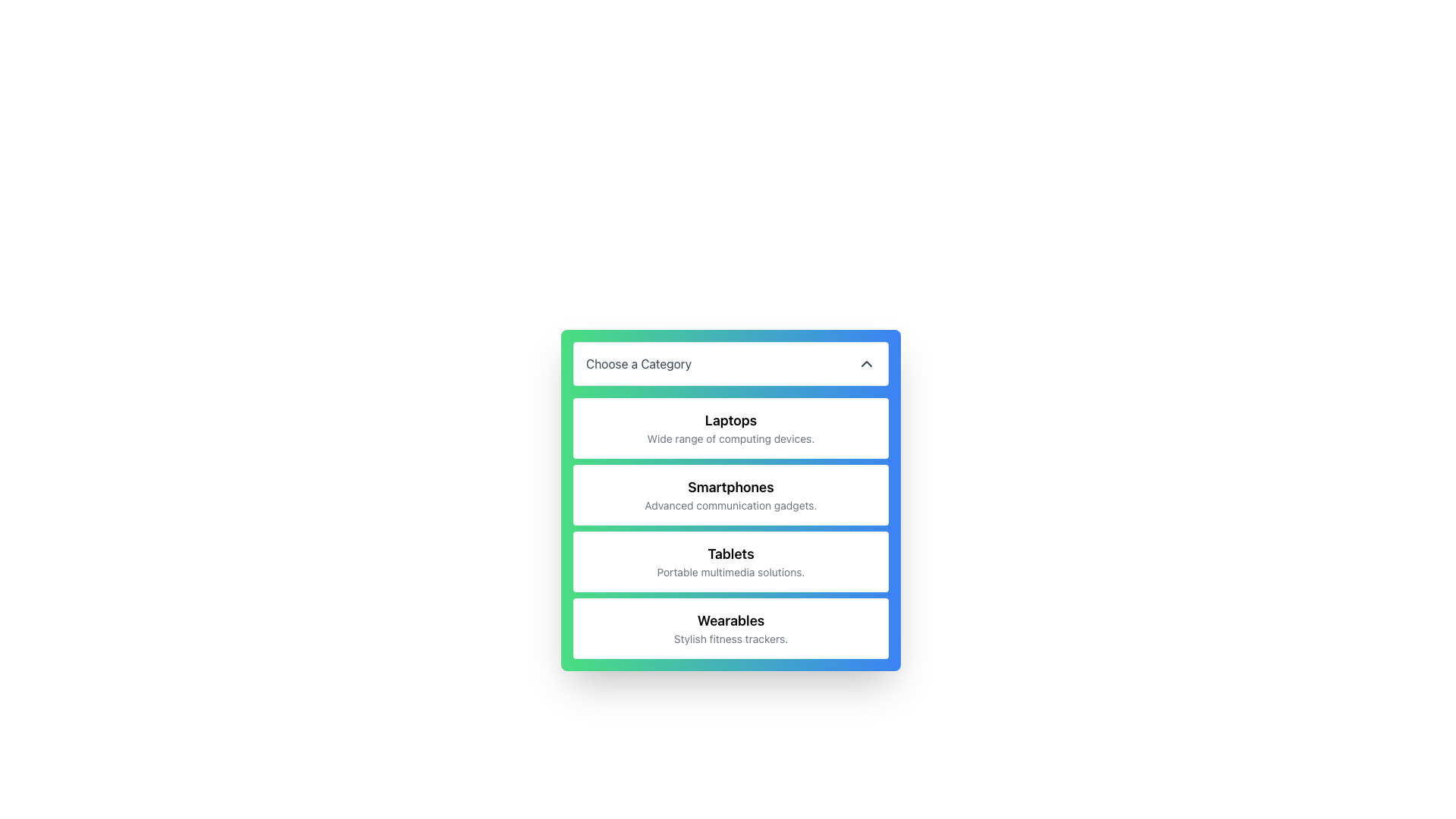  What do you see at coordinates (866, 363) in the screenshot?
I see `the upward-facing chevron SVG icon located at the far right side of the 'Choose a Category' button` at bounding box center [866, 363].